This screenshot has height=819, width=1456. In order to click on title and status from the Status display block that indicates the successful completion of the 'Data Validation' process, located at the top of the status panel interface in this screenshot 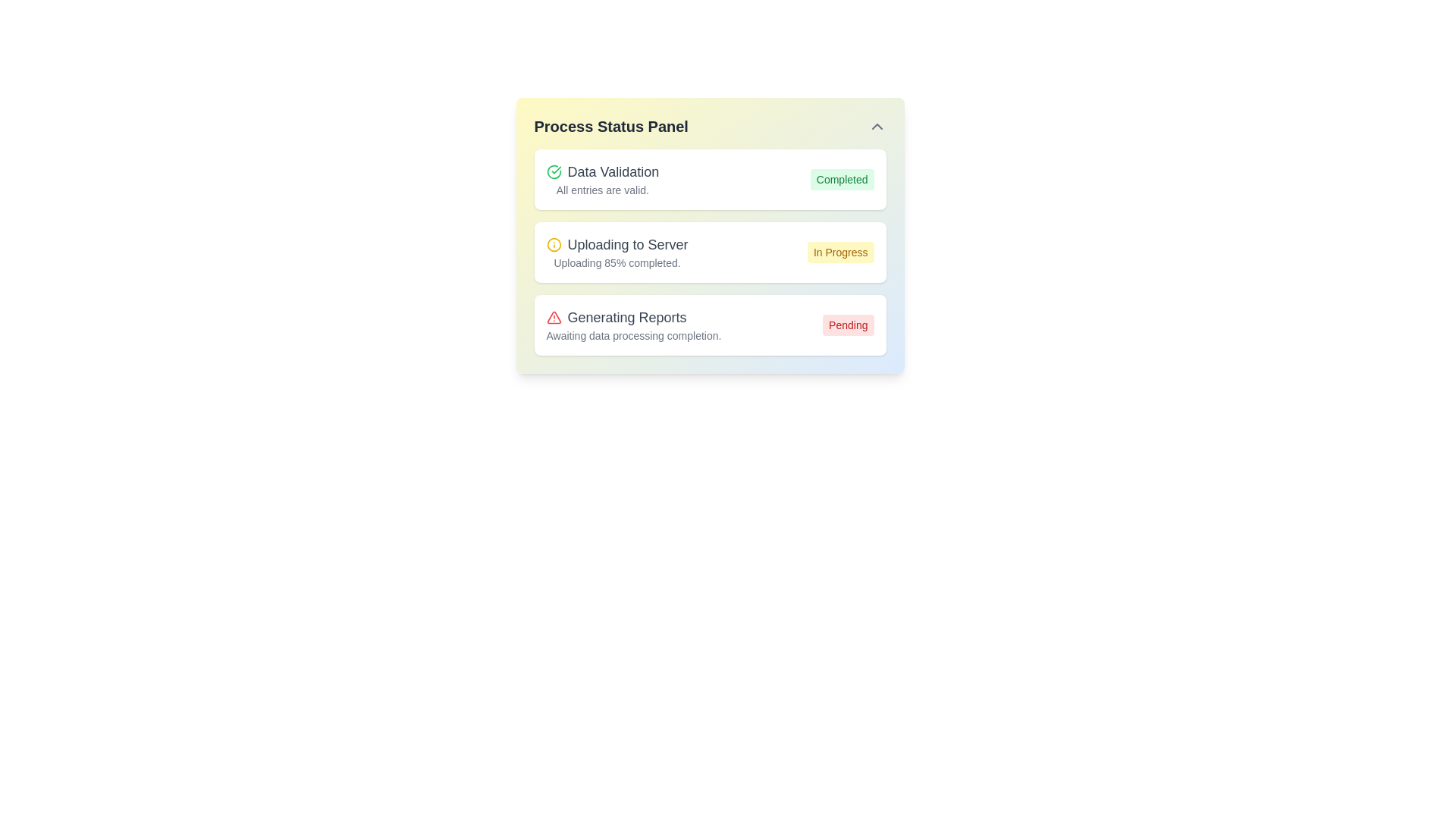, I will do `click(709, 178)`.